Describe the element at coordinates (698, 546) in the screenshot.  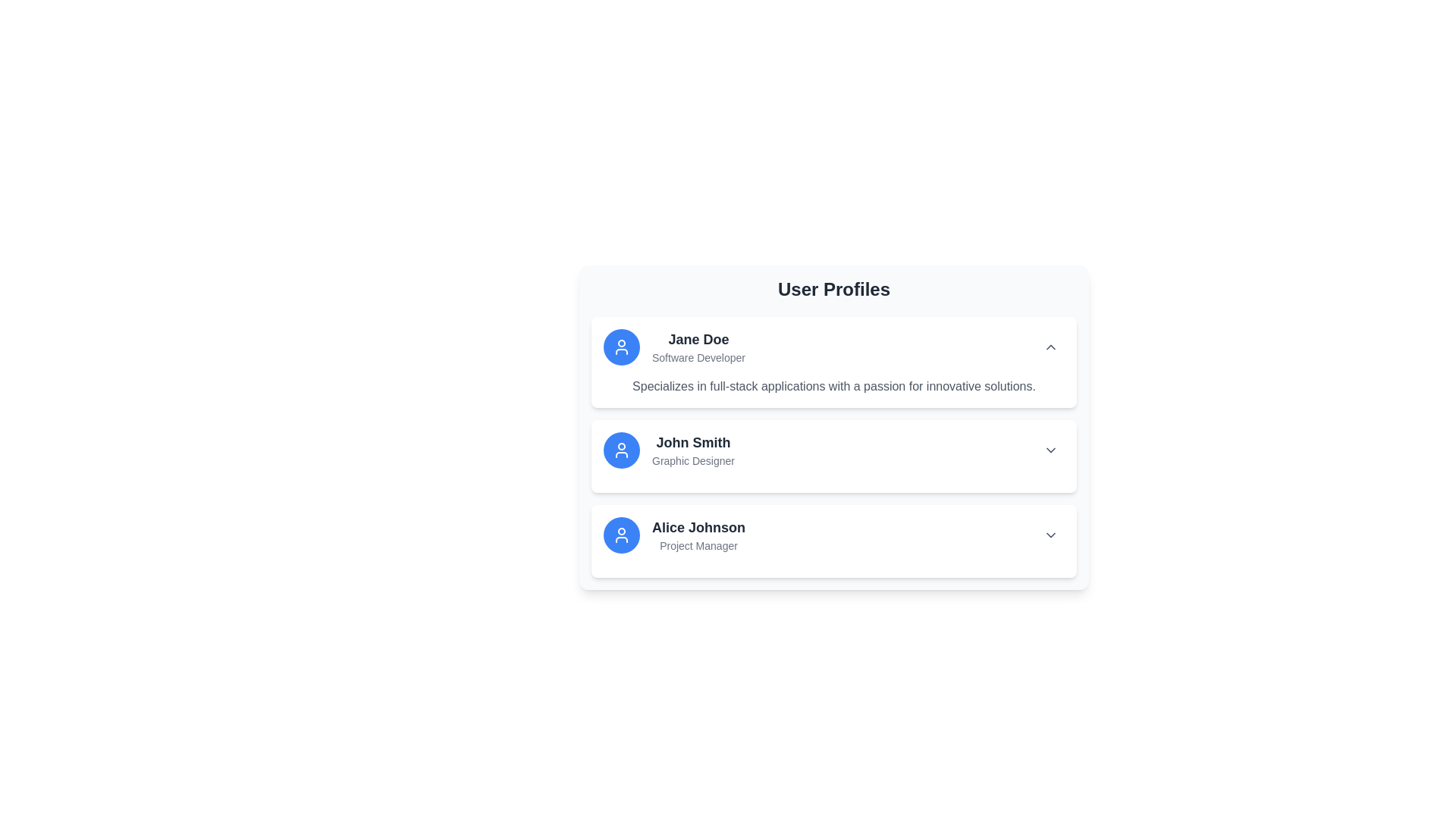
I see `text content of the job title label located in the third user profile card, directly below the name 'Alice Johnson'` at that location.